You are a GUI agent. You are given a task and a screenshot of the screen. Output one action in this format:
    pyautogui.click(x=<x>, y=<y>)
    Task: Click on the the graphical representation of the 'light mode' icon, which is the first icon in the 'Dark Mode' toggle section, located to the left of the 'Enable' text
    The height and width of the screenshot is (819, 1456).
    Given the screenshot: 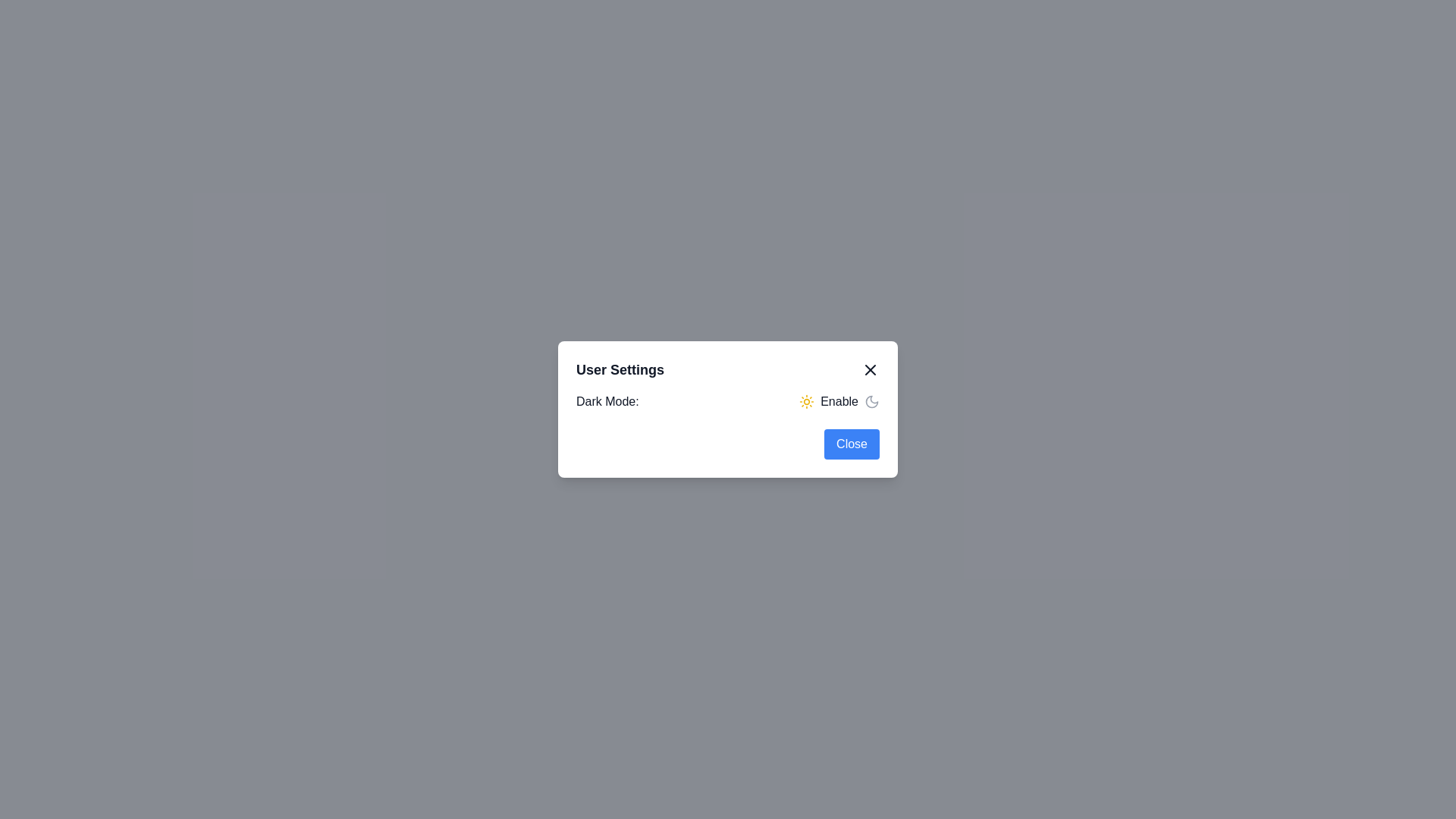 What is the action you would take?
    pyautogui.click(x=806, y=400)
    